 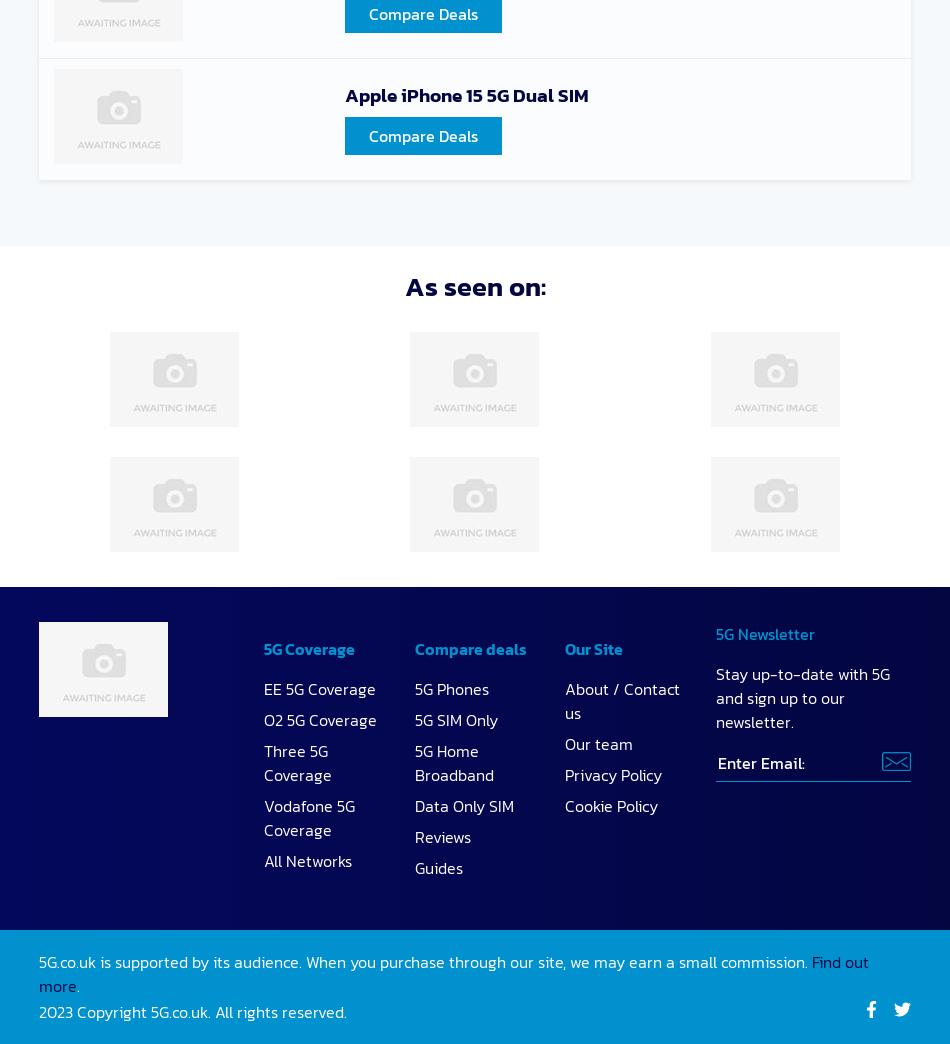 What do you see at coordinates (462, 804) in the screenshot?
I see `'Data Only SIM'` at bounding box center [462, 804].